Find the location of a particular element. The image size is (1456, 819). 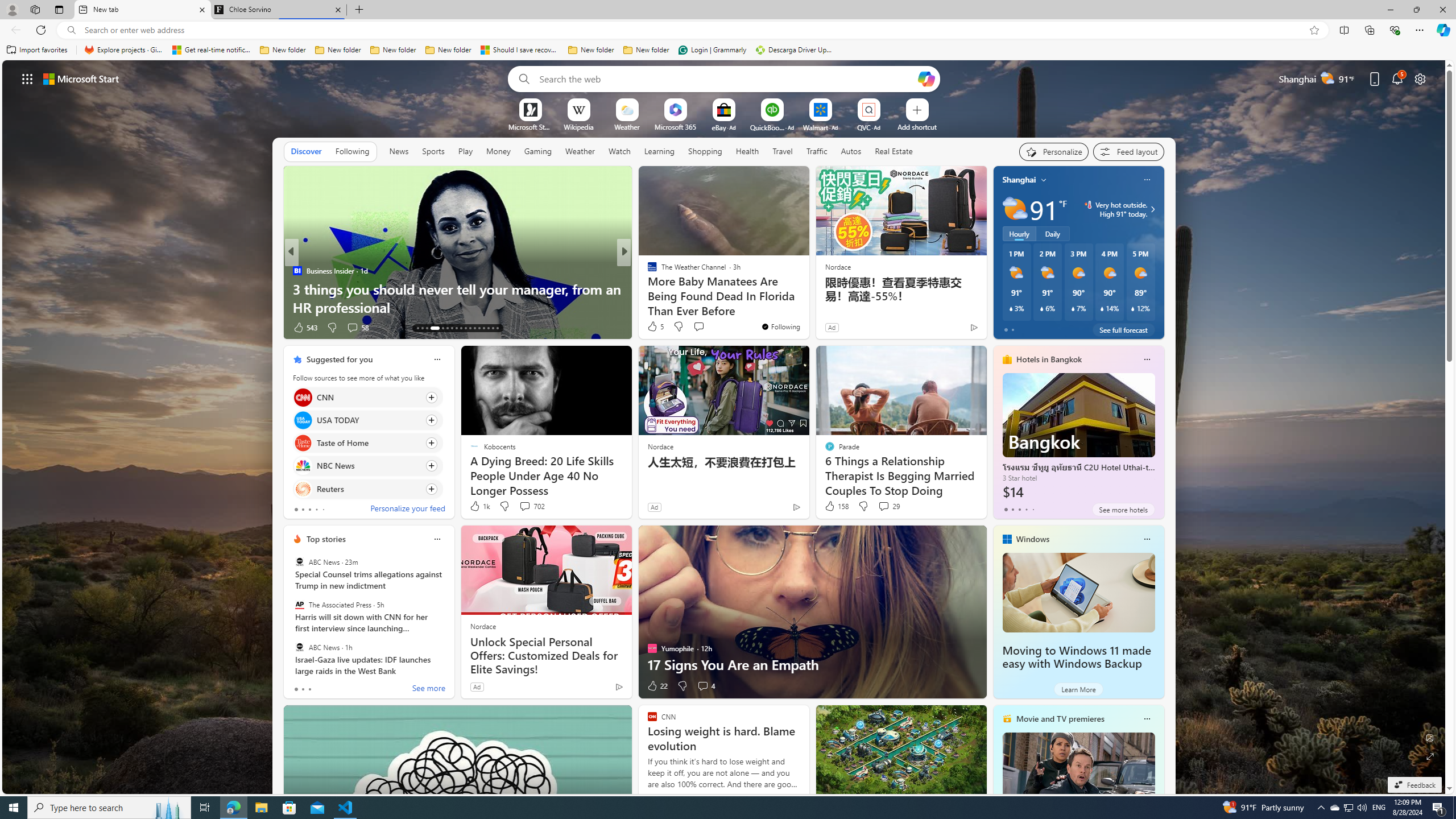

'Weather' is located at coordinates (580, 151).